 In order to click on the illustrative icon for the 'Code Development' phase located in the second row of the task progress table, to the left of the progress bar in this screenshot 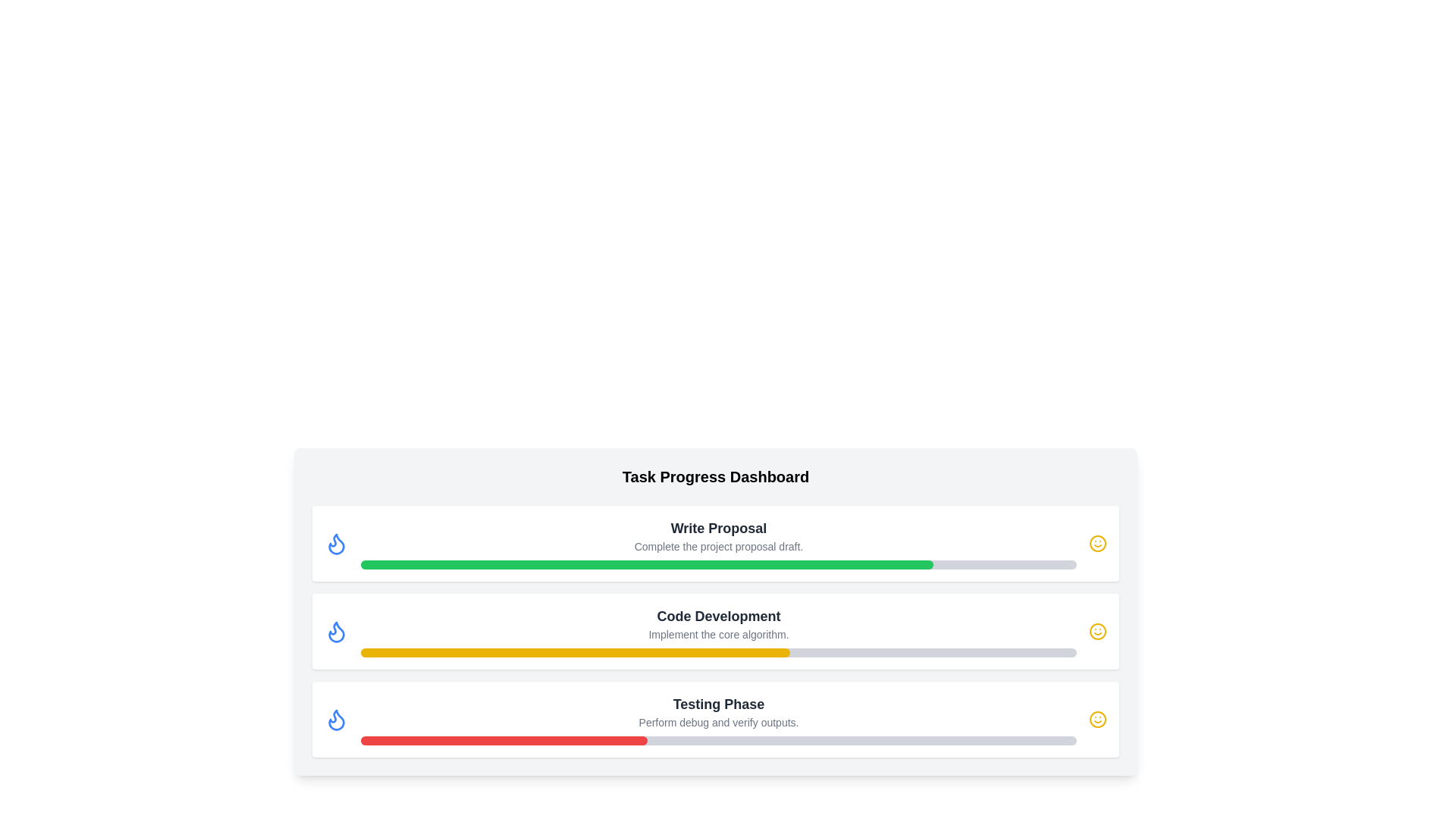, I will do `click(336, 632)`.